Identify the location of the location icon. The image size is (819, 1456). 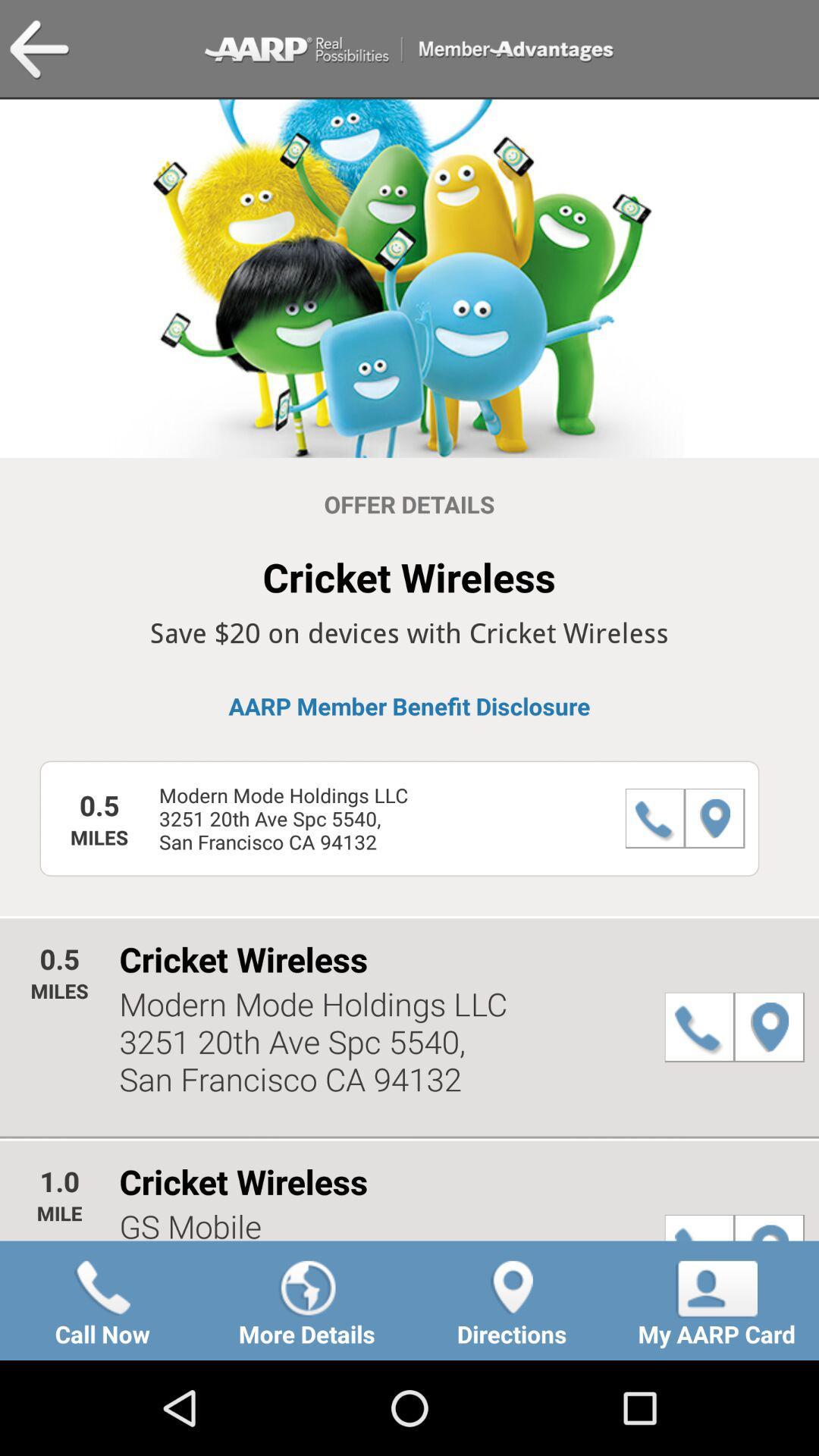
(770, 1099).